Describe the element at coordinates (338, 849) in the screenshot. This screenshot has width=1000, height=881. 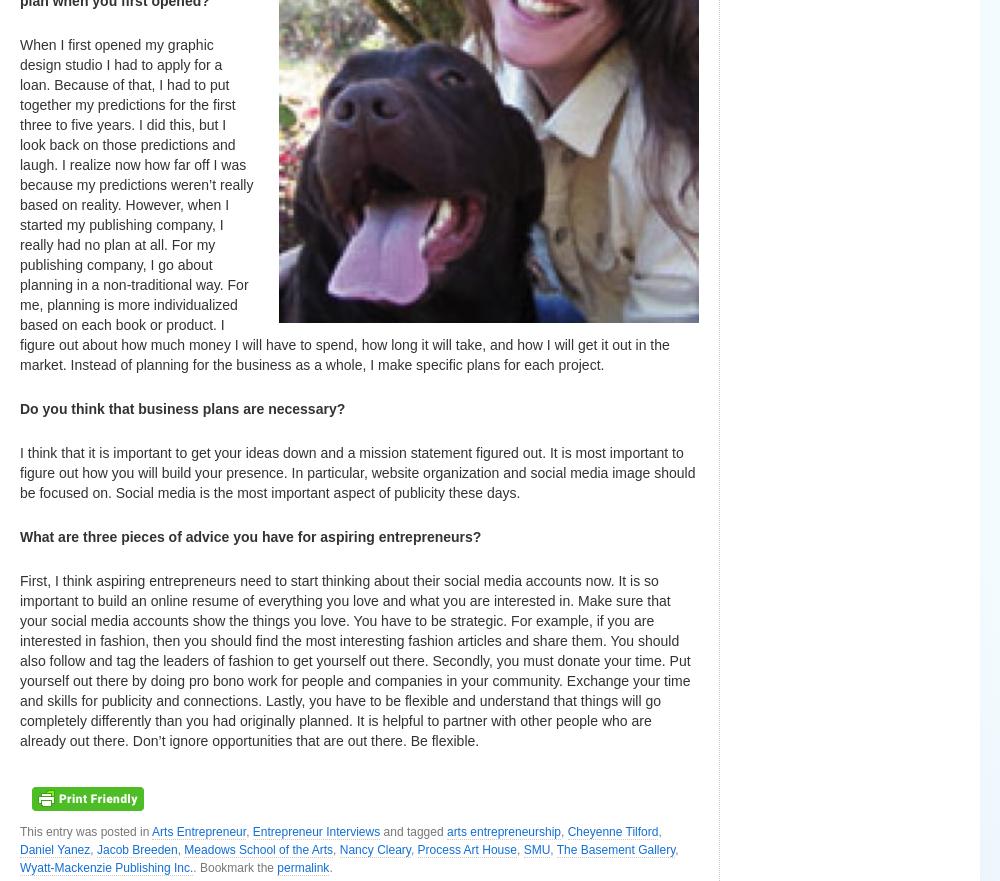
I see `'Nancy Cleary'` at that location.